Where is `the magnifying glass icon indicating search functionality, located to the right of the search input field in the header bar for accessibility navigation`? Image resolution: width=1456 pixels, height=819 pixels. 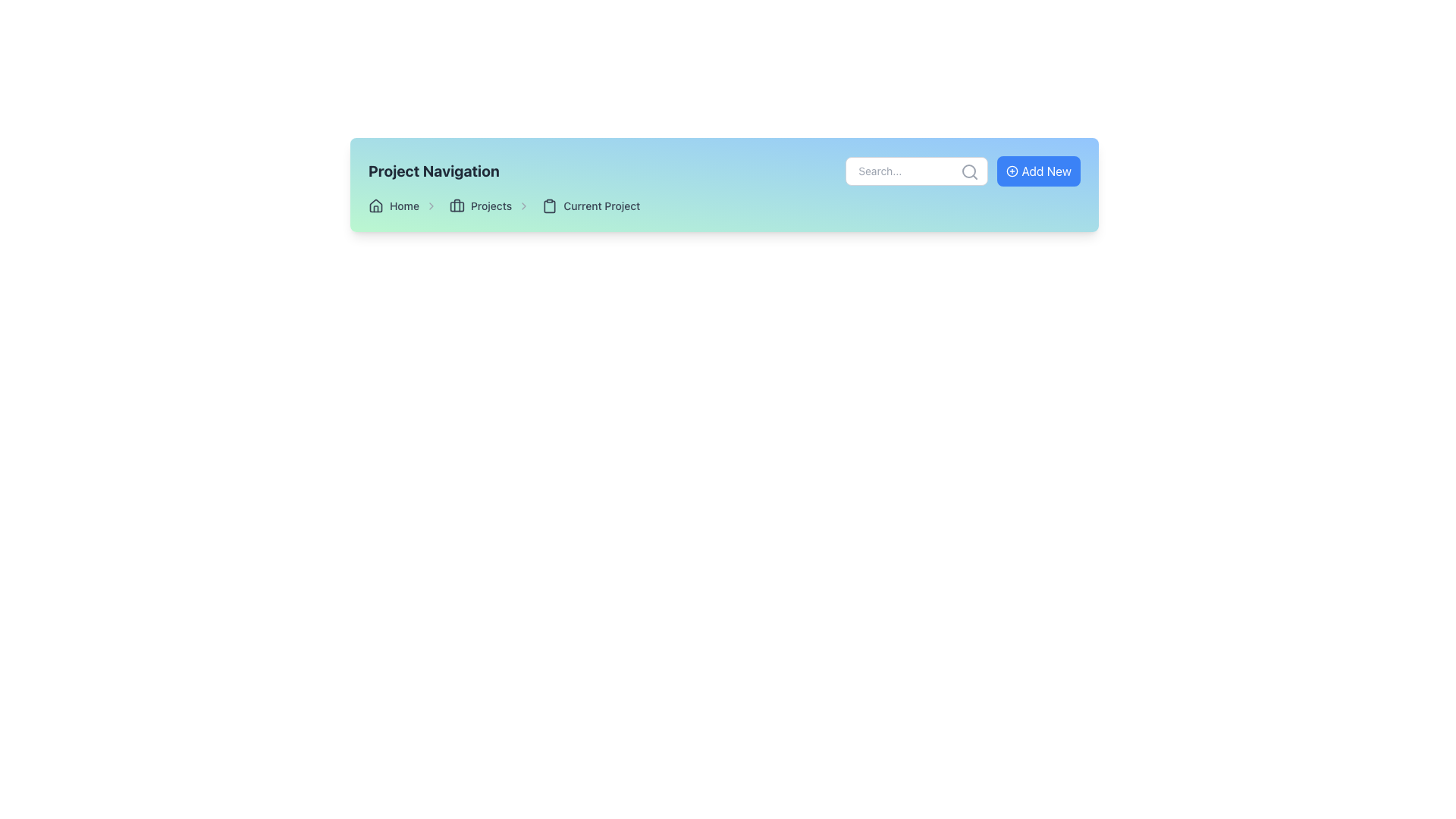 the magnifying glass icon indicating search functionality, located to the right of the search input field in the header bar for accessibility navigation is located at coordinates (969, 171).